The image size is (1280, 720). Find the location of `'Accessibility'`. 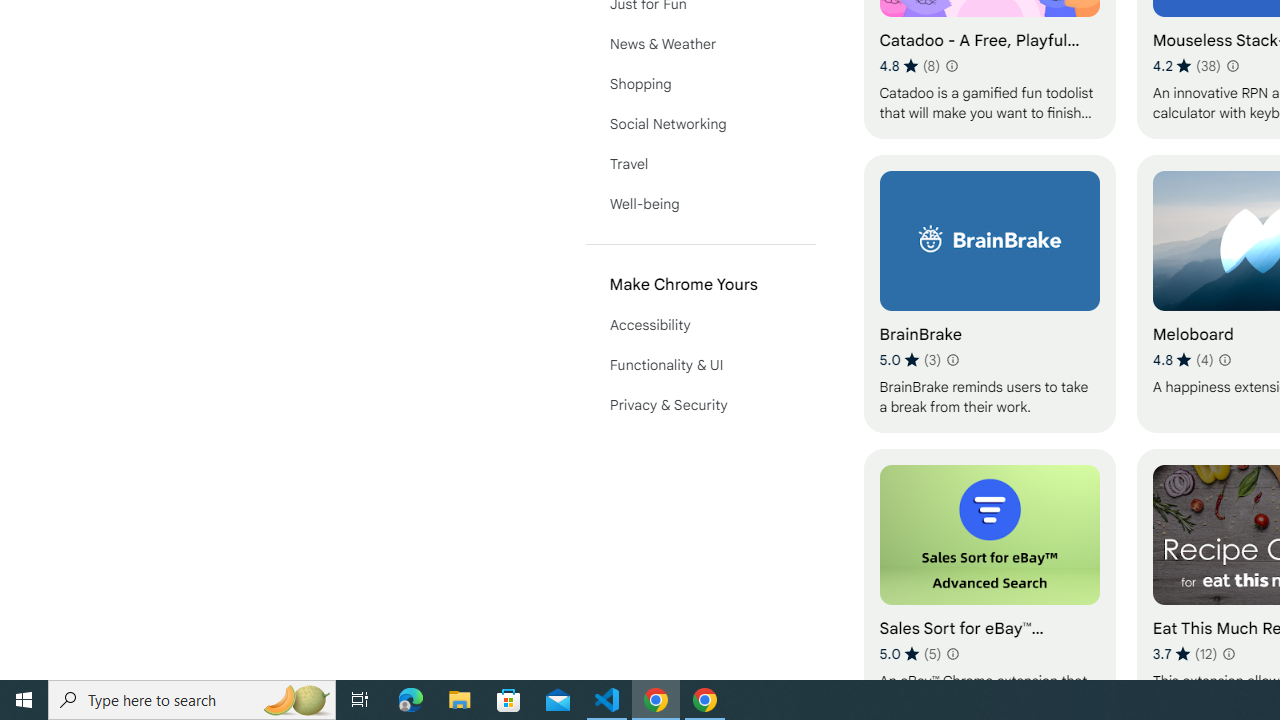

'Accessibility' is located at coordinates (700, 324).